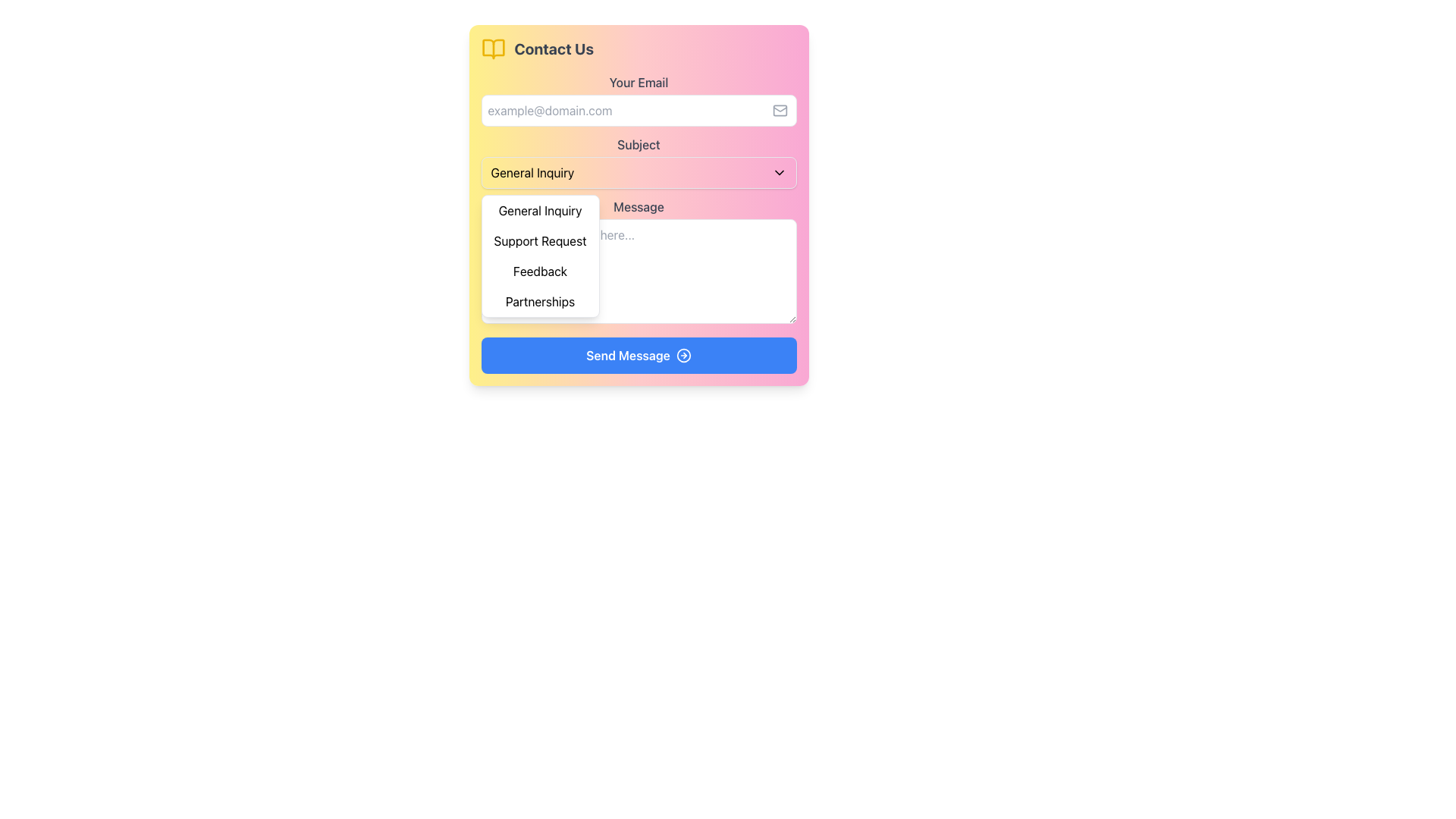 The width and height of the screenshot is (1456, 819). I want to click on the 'Feedback' option in the dropdown menu located as the third item in the 'Contact Us' form, positioned between 'Support Request' and 'Partnerships', so click(540, 271).